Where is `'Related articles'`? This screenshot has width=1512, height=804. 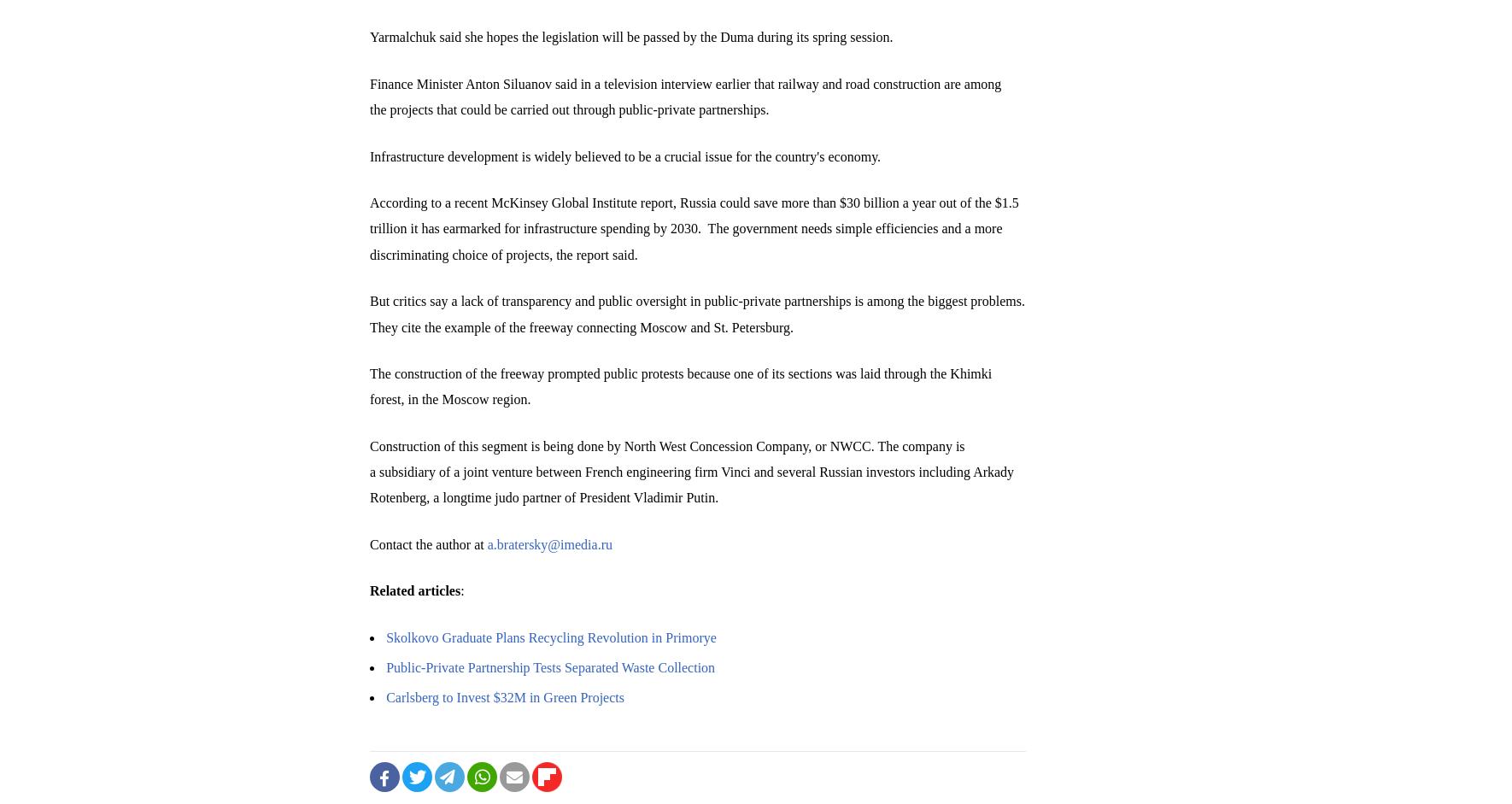 'Related articles' is located at coordinates (415, 590).